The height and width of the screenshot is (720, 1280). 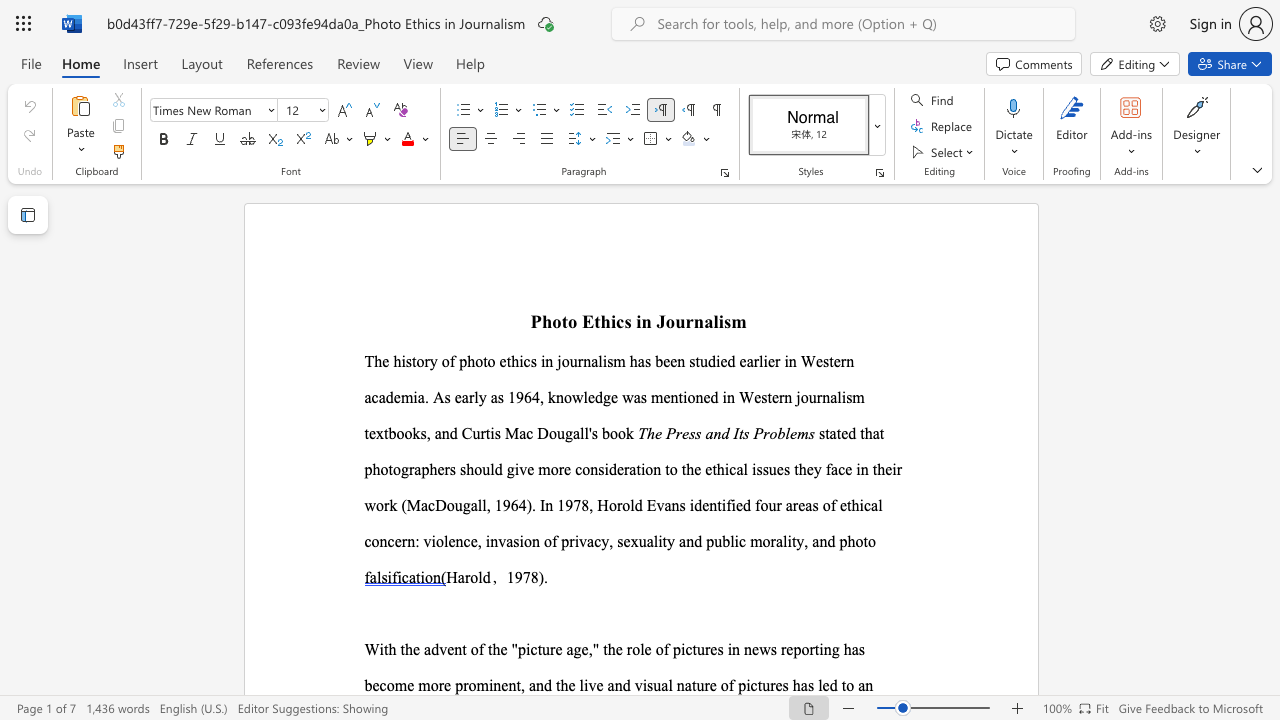 What do you see at coordinates (480, 504) in the screenshot?
I see `the 1th character "l" in the text` at bounding box center [480, 504].